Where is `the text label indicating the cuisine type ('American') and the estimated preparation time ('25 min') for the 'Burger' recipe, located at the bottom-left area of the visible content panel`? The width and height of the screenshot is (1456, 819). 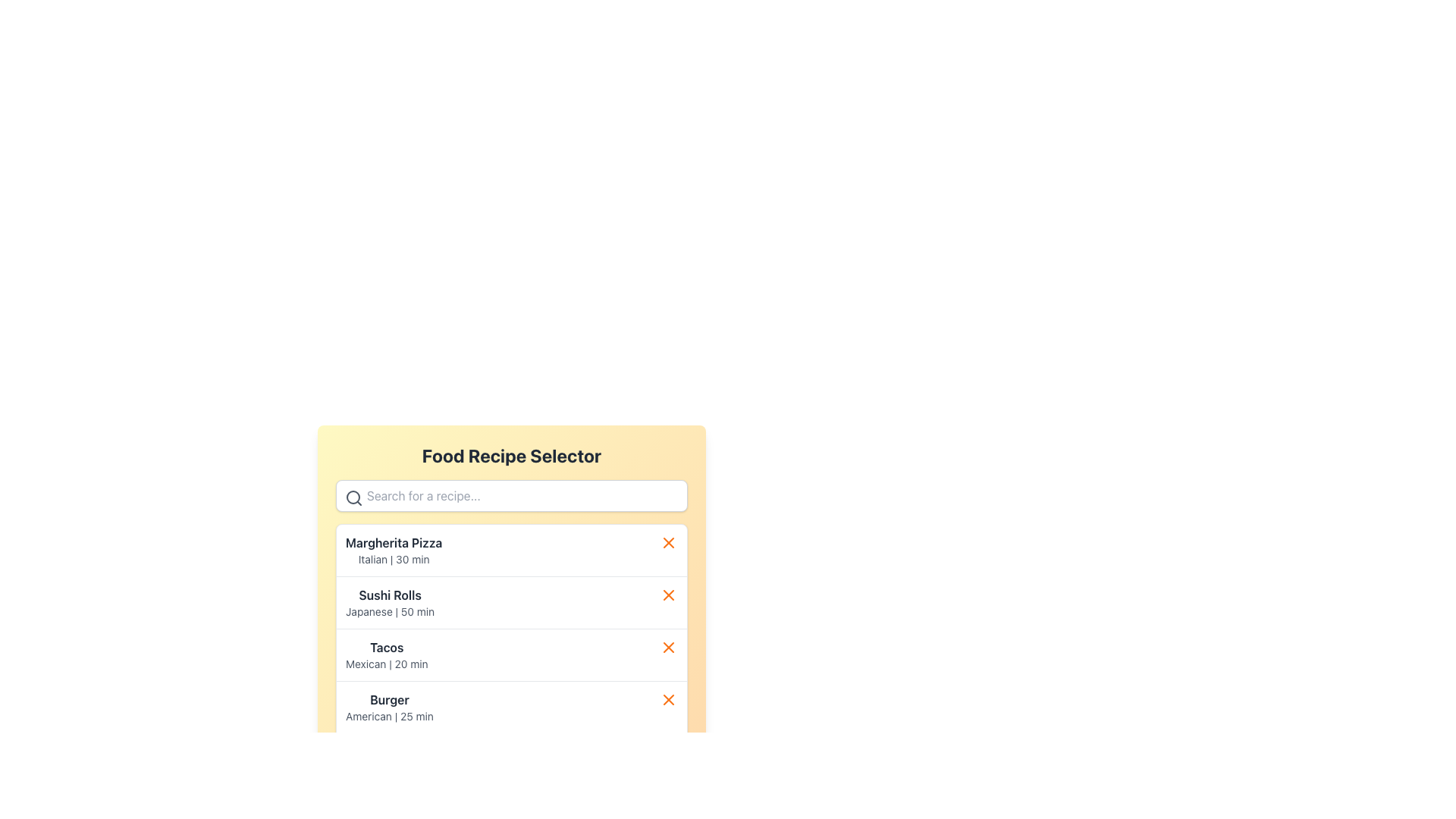 the text label indicating the cuisine type ('American') and the estimated preparation time ('25 min') for the 'Burger' recipe, located at the bottom-left area of the visible content panel is located at coordinates (389, 717).